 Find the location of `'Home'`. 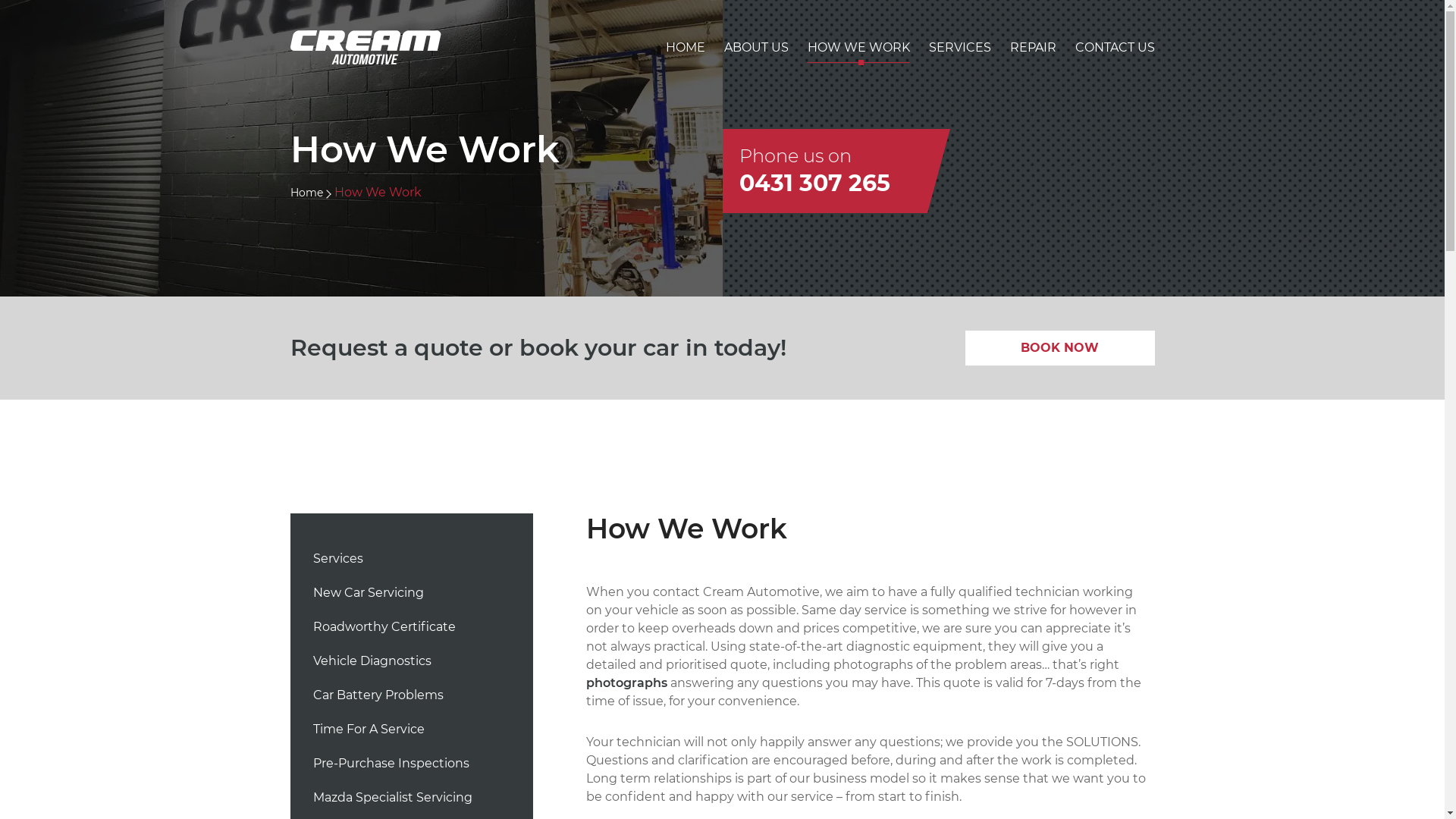

'Home' is located at coordinates (305, 192).